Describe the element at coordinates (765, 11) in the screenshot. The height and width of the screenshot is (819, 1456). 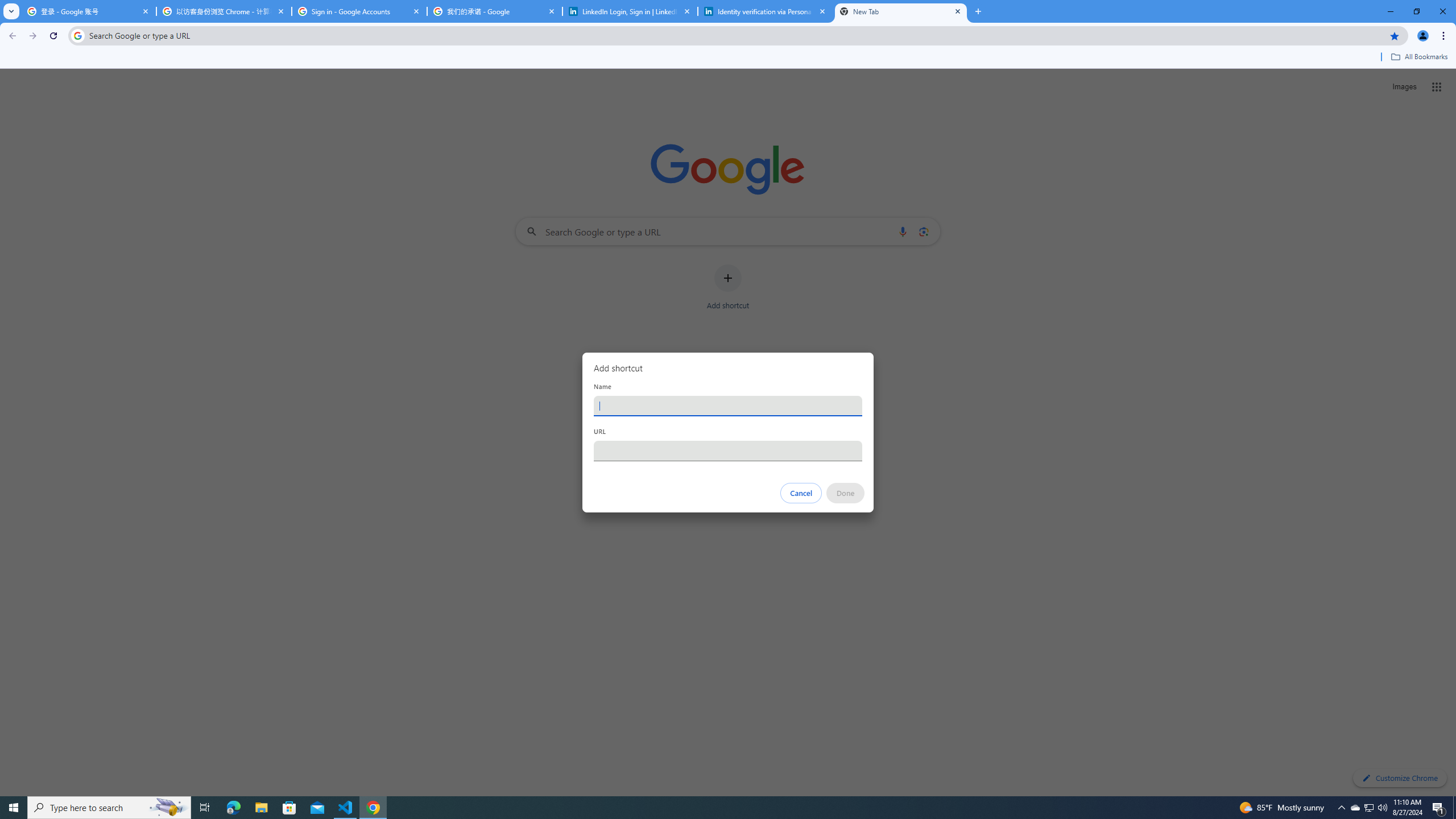
I see `'Identity verification via Persona | LinkedIn Help'` at that location.